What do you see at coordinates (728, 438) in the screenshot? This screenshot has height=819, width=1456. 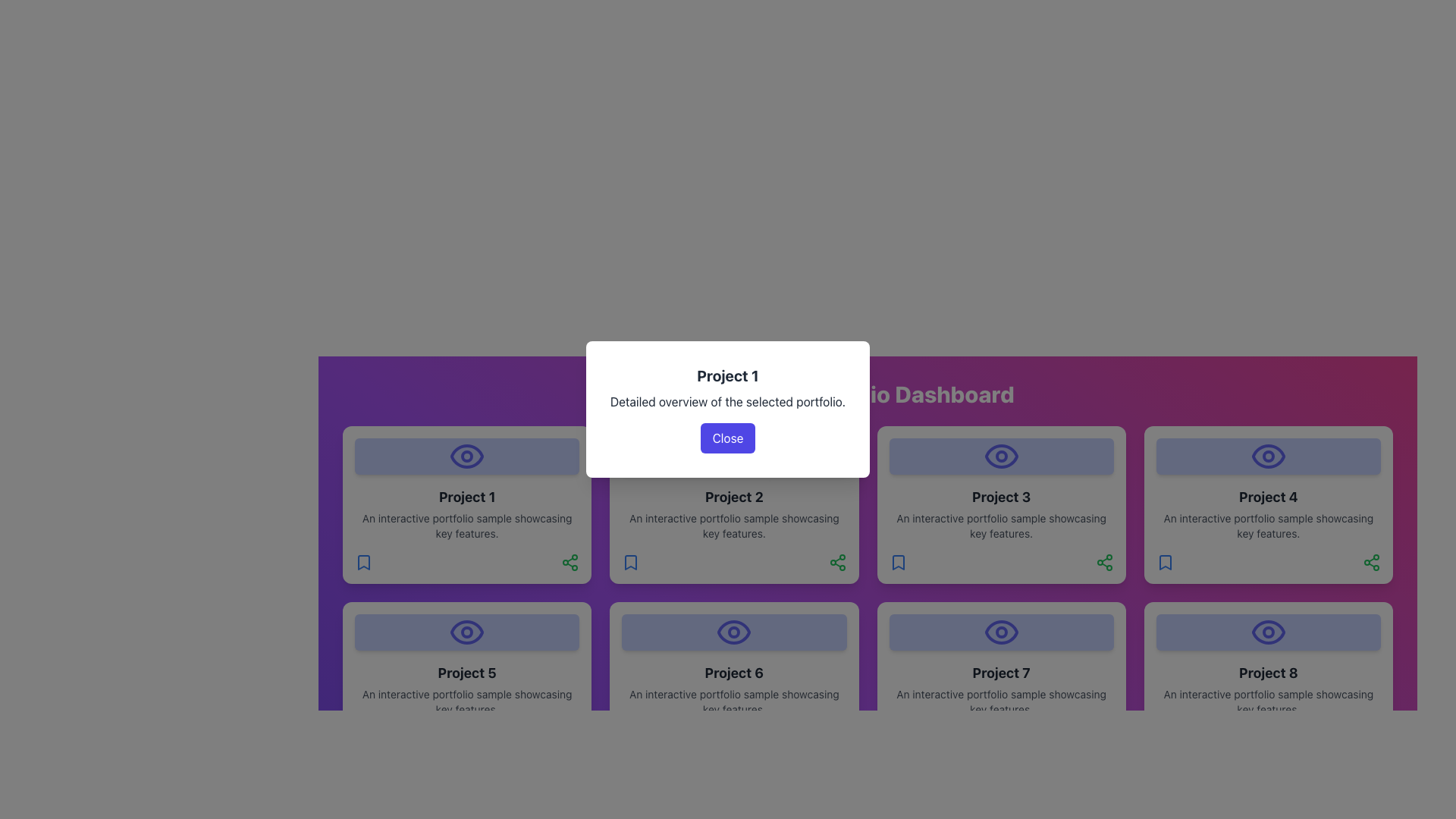 I see `the close button located at the bottom center of the modal titled 'Project 1' to provide visual feedback` at bounding box center [728, 438].